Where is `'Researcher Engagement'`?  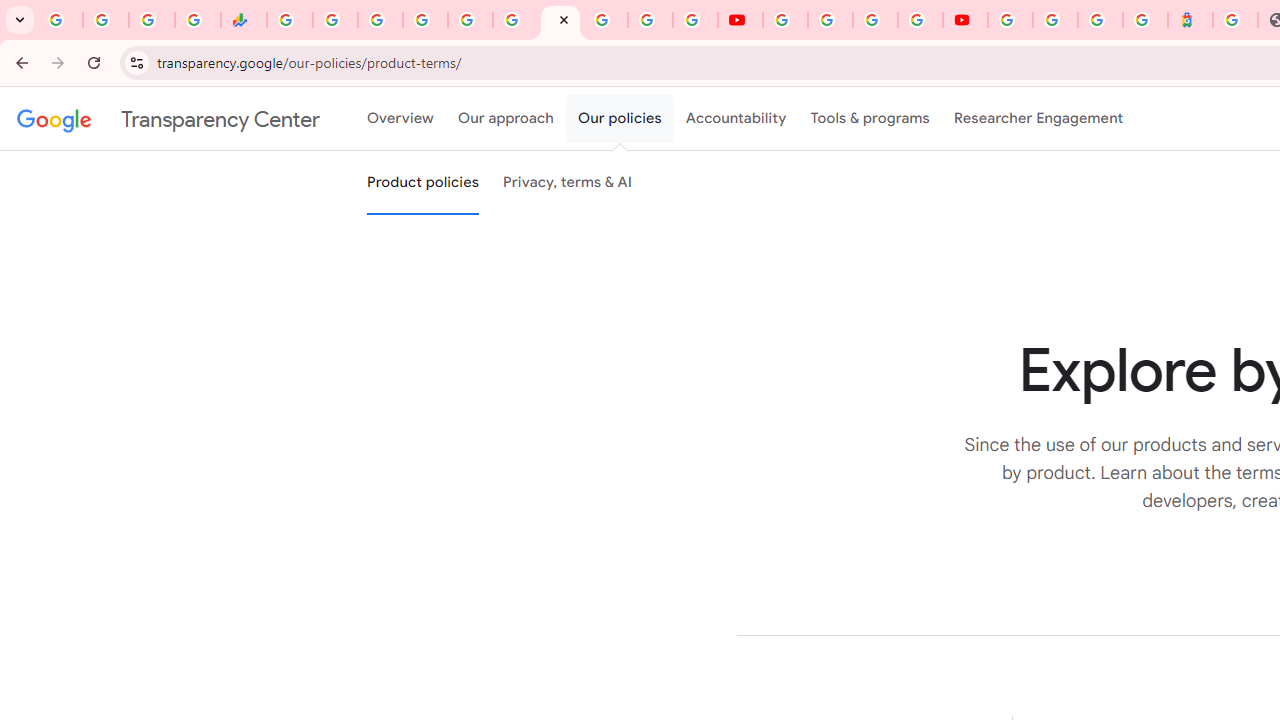 'Researcher Engagement' is located at coordinates (1038, 119).